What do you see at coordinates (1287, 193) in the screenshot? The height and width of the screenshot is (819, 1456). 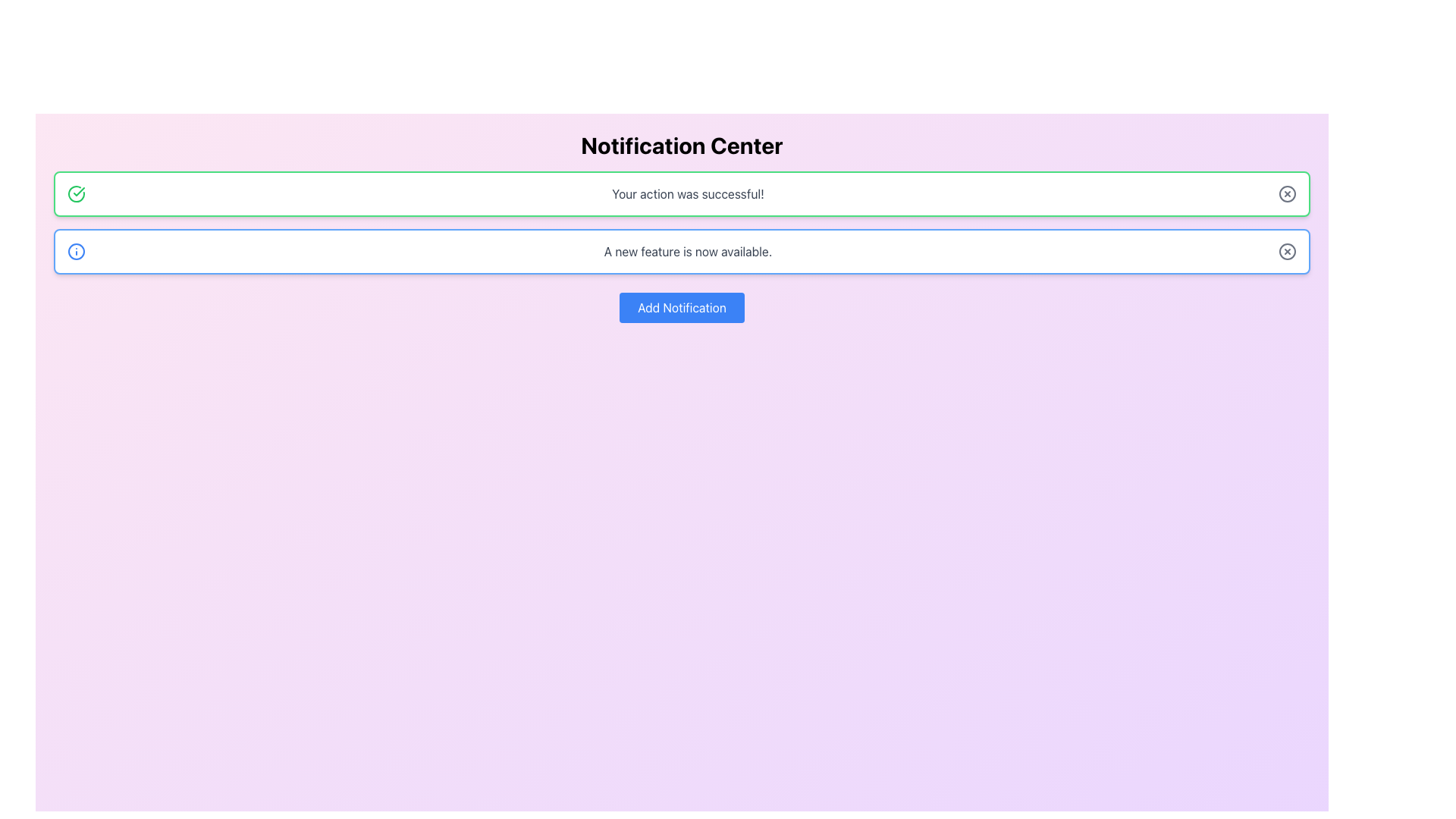 I see `the circular SVG graphic representing a circle with a cross inside, located in the first notification card at the top of the notification list` at bounding box center [1287, 193].